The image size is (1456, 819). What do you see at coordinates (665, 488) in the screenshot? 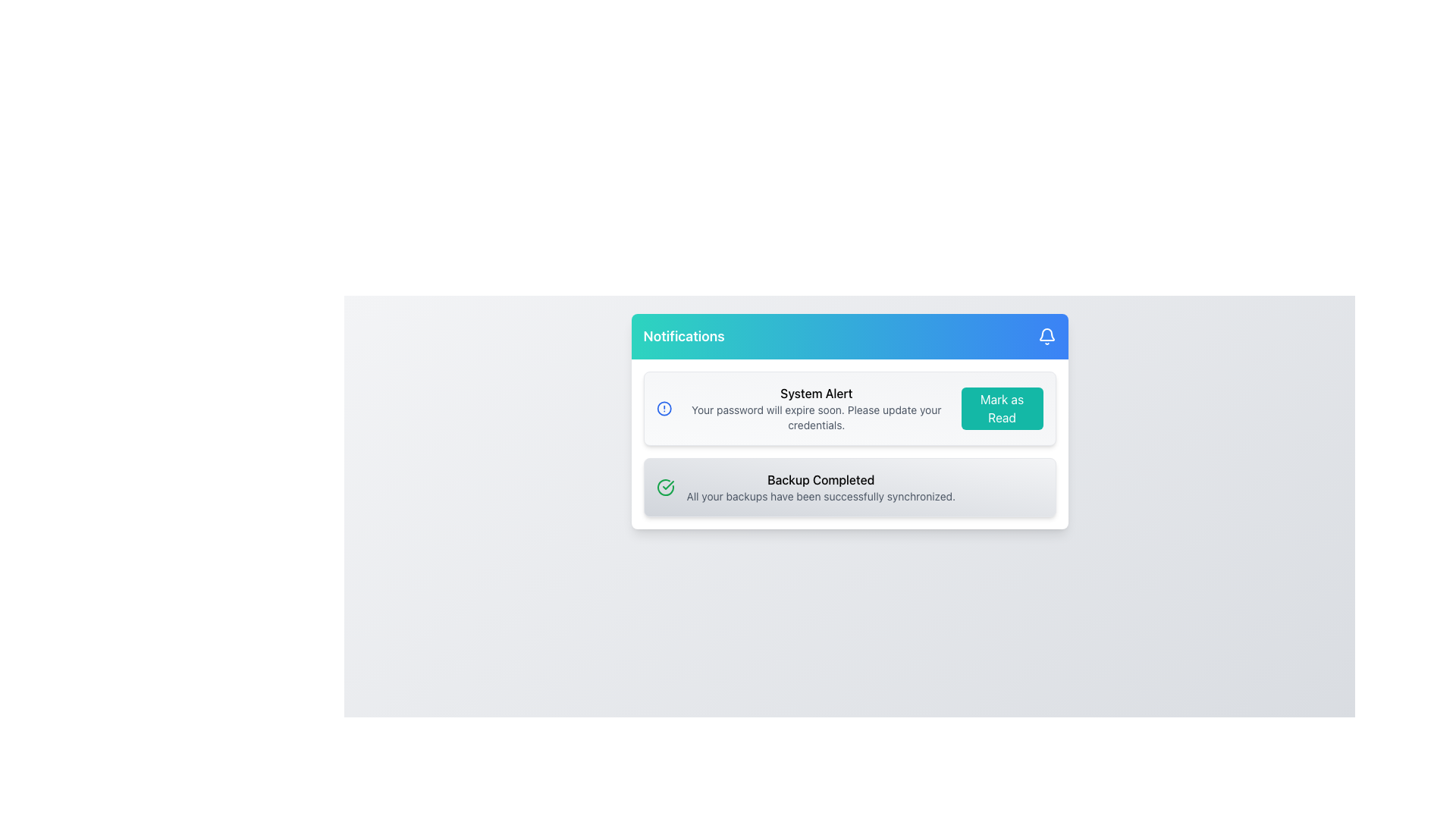
I see `the circular icon with a checkmark inside a green outlined circle, which is located to the left of the text 'Backup Completed' in the second notification card of the 'Notifications' panel` at bounding box center [665, 488].